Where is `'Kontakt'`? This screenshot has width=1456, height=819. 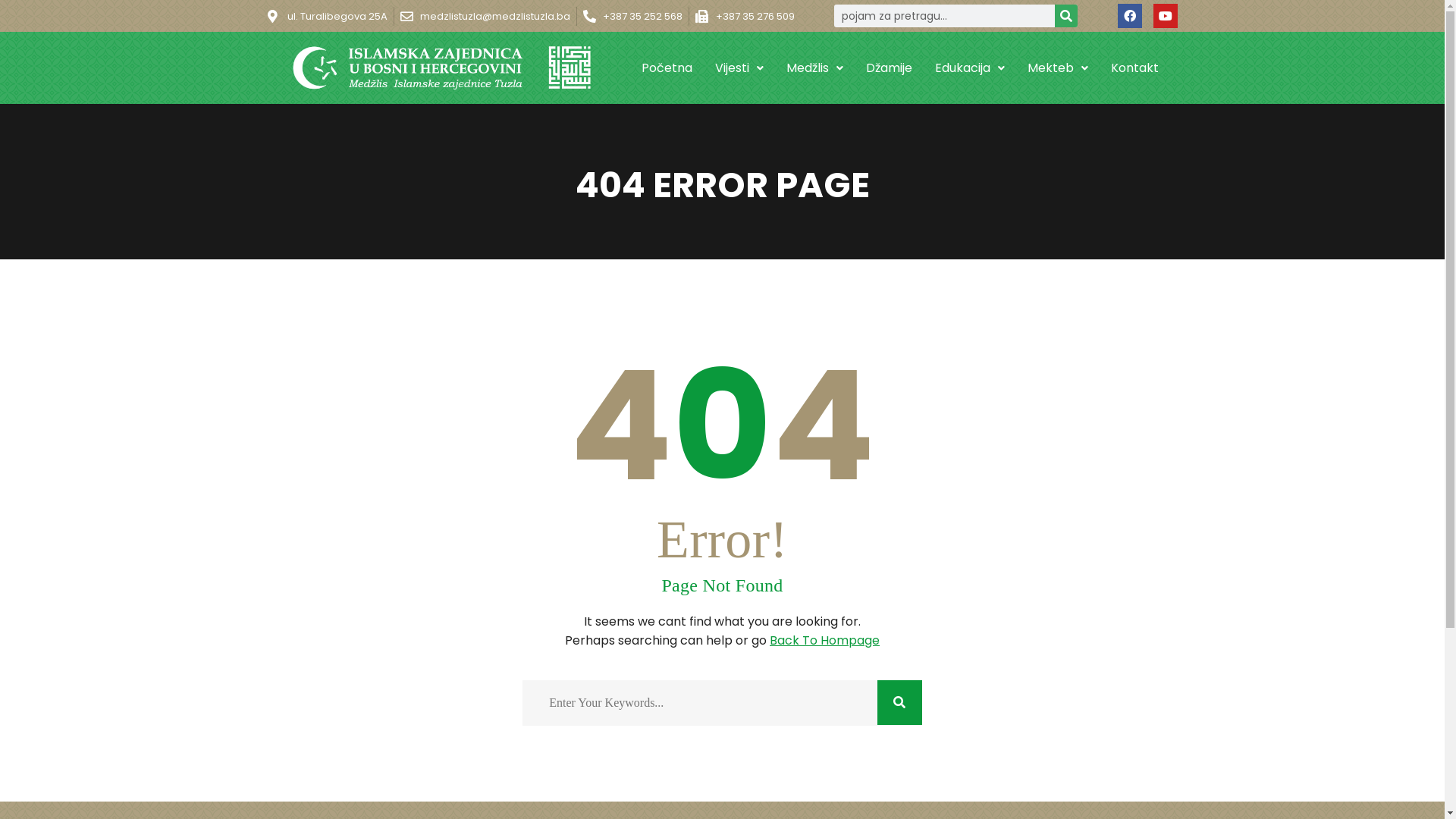
'Kontakt' is located at coordinates (1134, 66).